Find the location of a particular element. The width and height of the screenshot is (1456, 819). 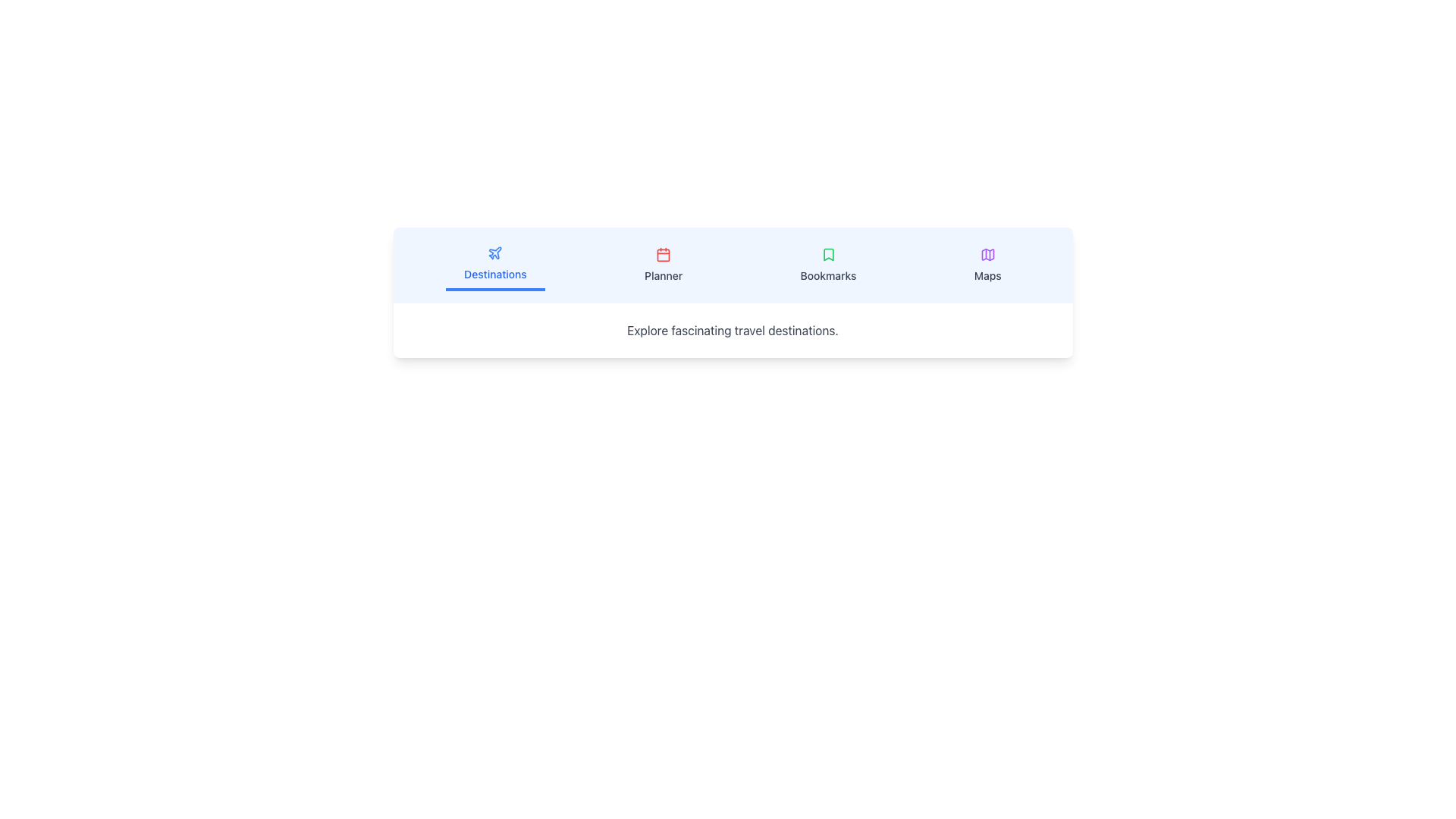

the purple SVG graphic icon representing a map, located in the fourth position of the navigation menu labeled 'Maps', to trigger the hover effects is located at coordinates (987, 253).